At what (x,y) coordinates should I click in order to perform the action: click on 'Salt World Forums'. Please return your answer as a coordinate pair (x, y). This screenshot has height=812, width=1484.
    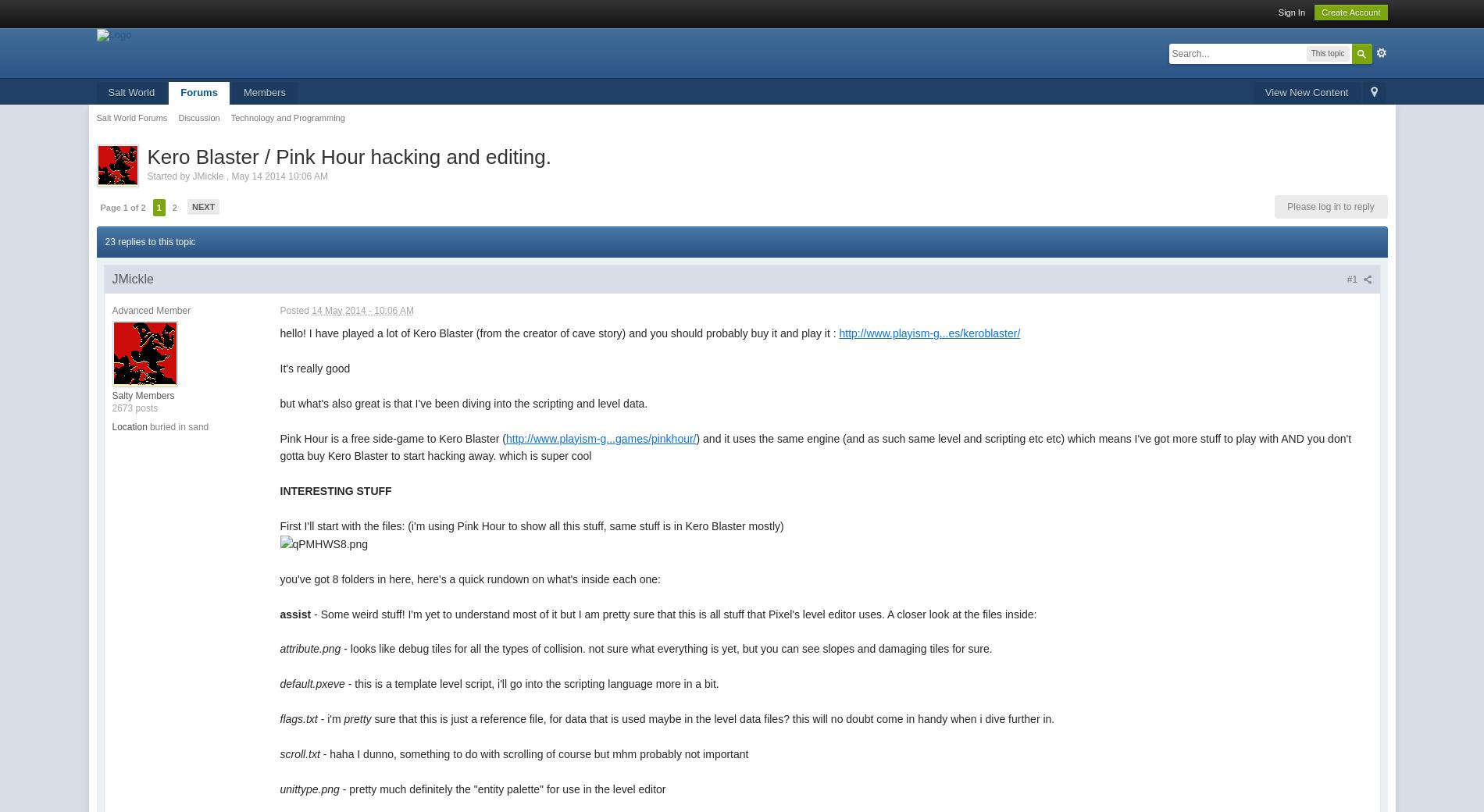
    Looking at the image, I should click on (131, 118).